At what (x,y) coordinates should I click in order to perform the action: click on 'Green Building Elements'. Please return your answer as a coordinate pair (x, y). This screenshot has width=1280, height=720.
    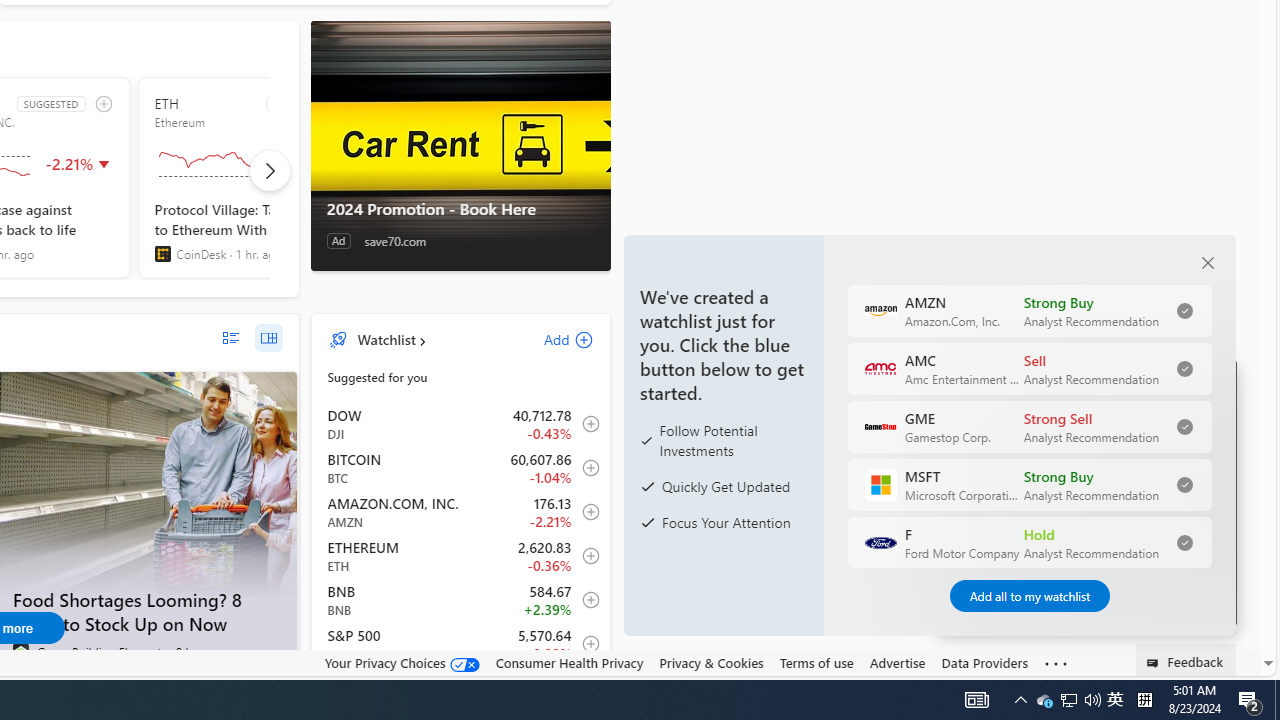
    Looking at the image, I should click on (20, 651).